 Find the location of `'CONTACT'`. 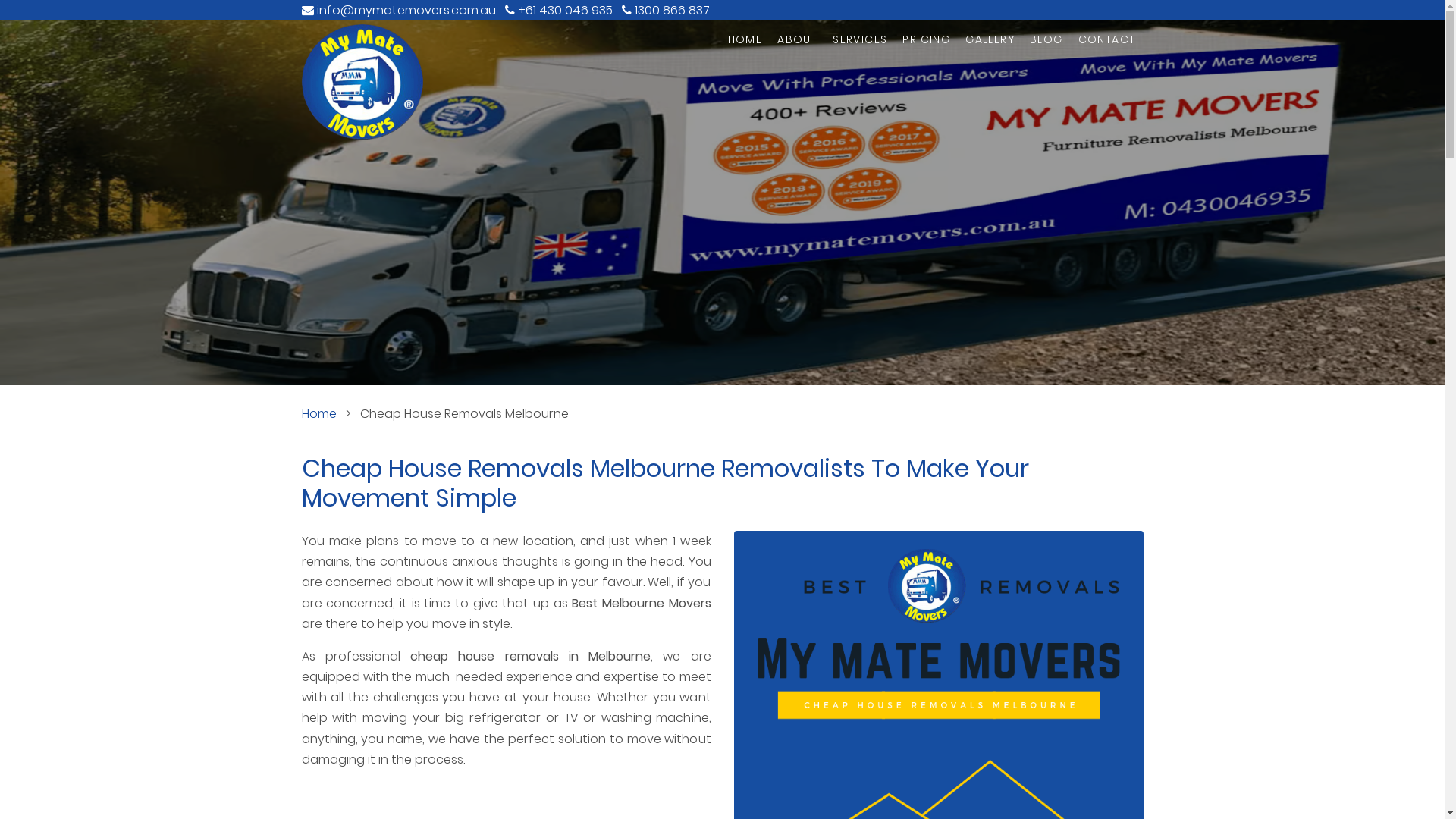

'CONTACT' is located at coordinates (1106, 38).